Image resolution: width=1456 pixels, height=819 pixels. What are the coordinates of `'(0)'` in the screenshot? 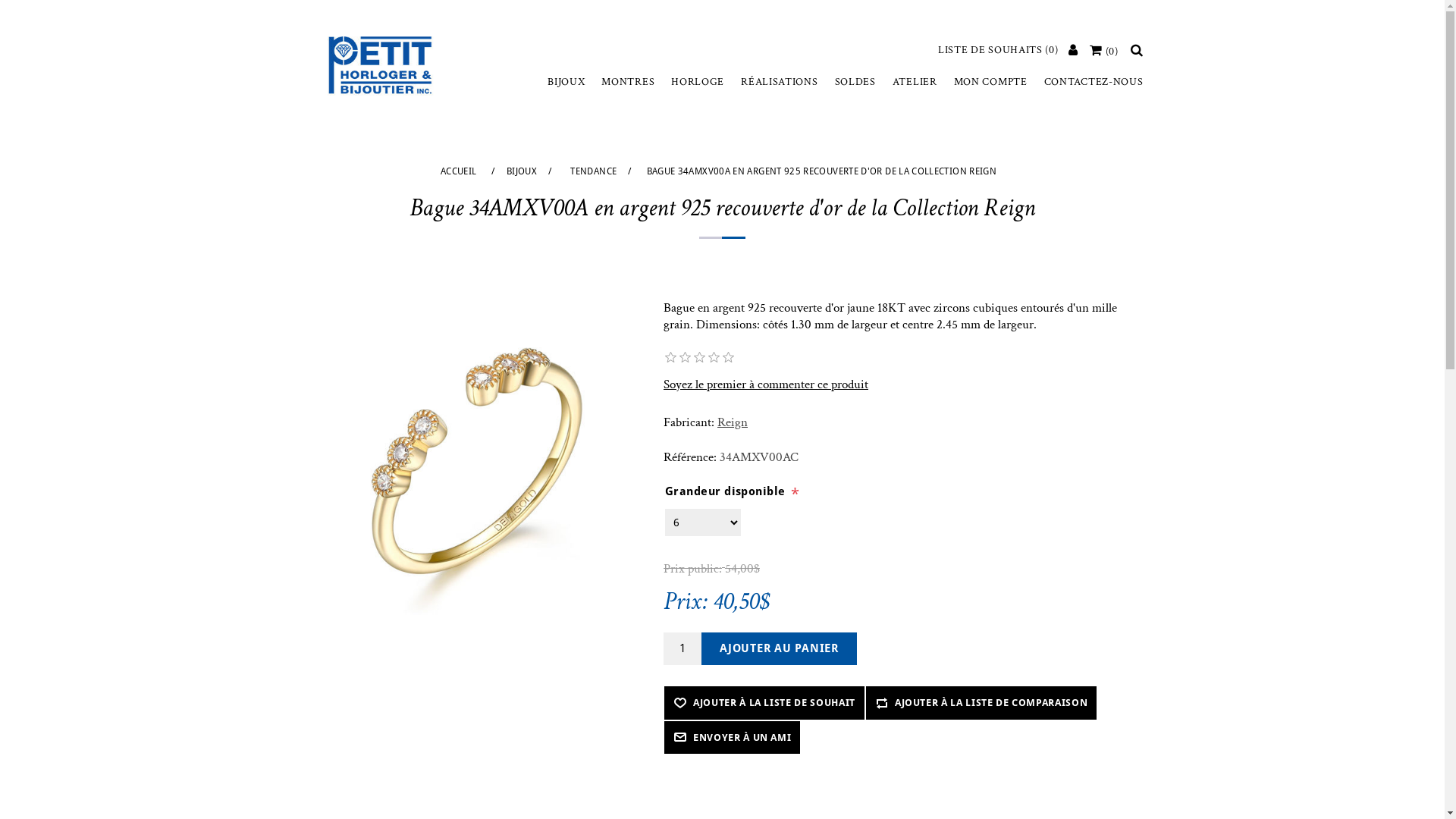 It's located at (1103, 51).